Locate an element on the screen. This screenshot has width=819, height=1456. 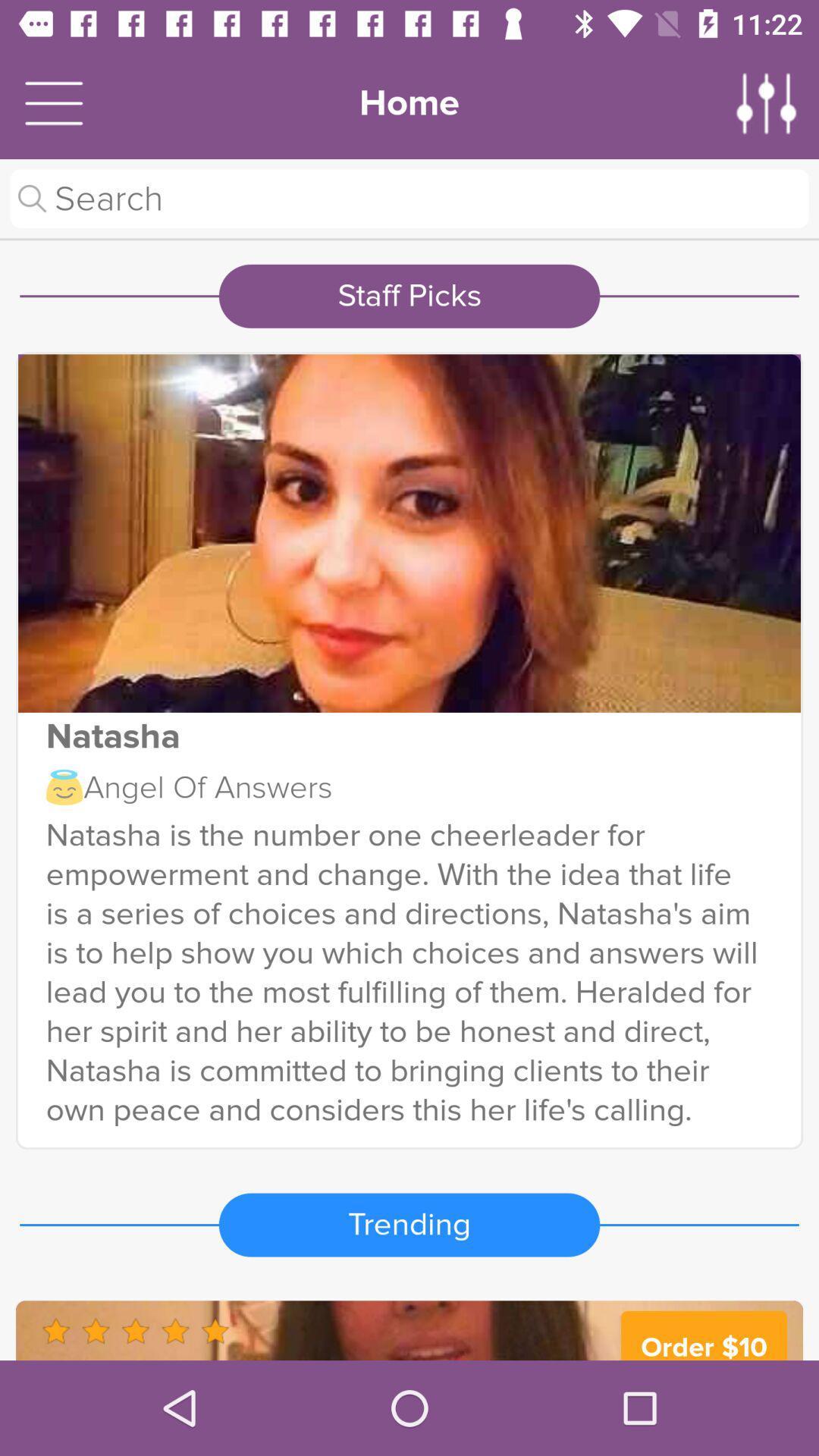
bring up page options is located at coordinates (767, 102).